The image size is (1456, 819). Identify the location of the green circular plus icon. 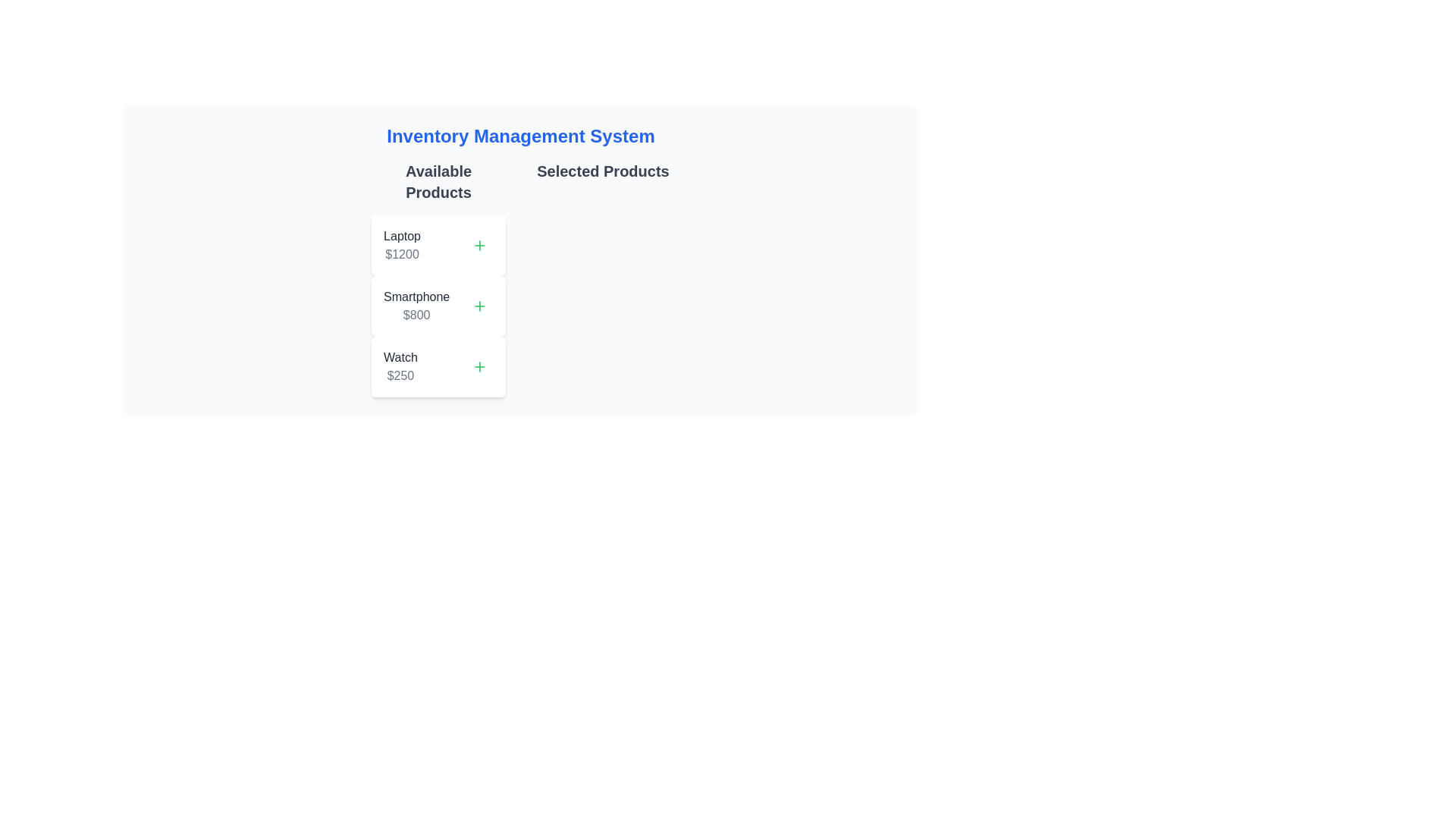
(479, 366).